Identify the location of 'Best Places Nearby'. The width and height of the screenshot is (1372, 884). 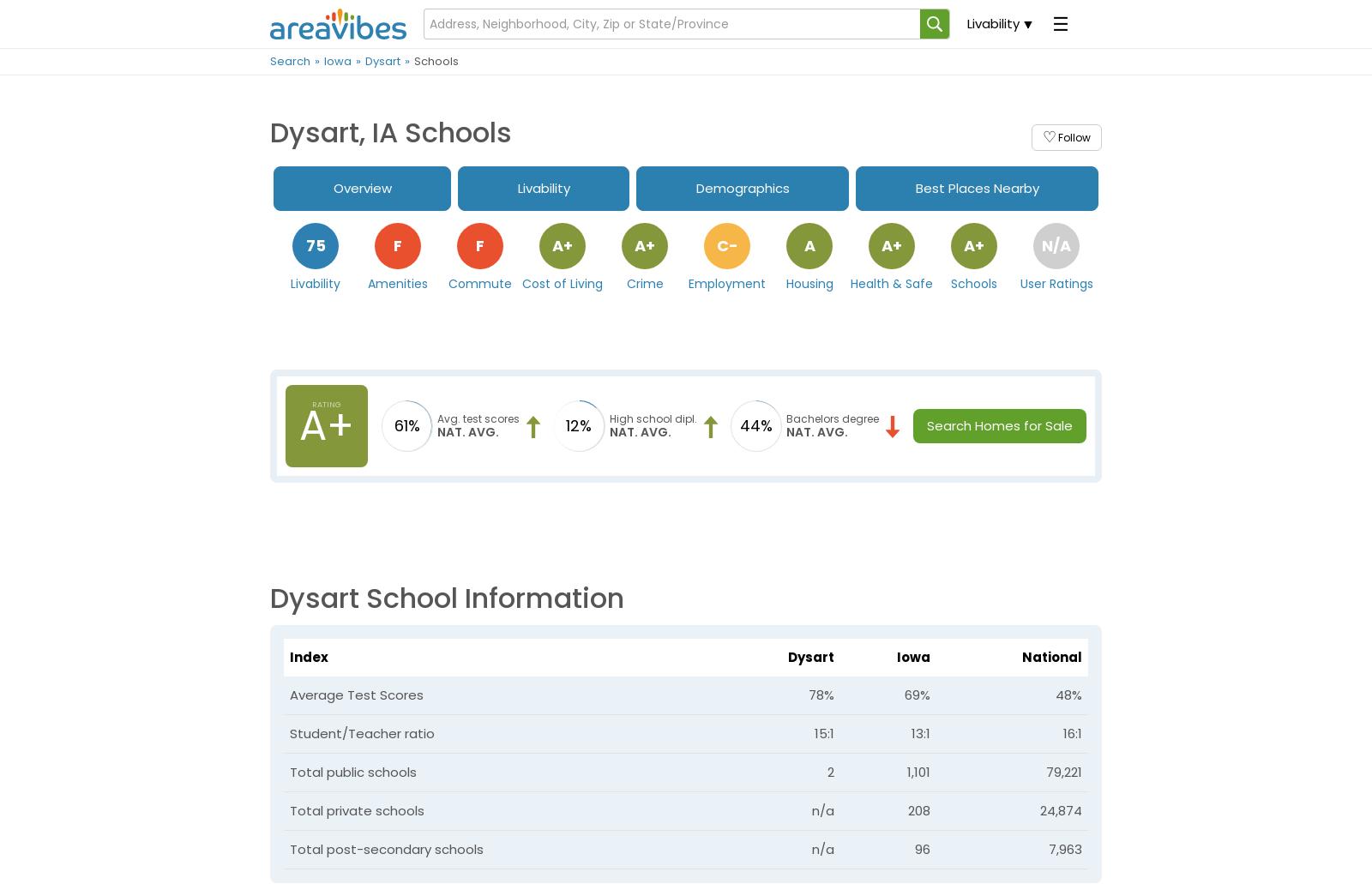
(977, 188).